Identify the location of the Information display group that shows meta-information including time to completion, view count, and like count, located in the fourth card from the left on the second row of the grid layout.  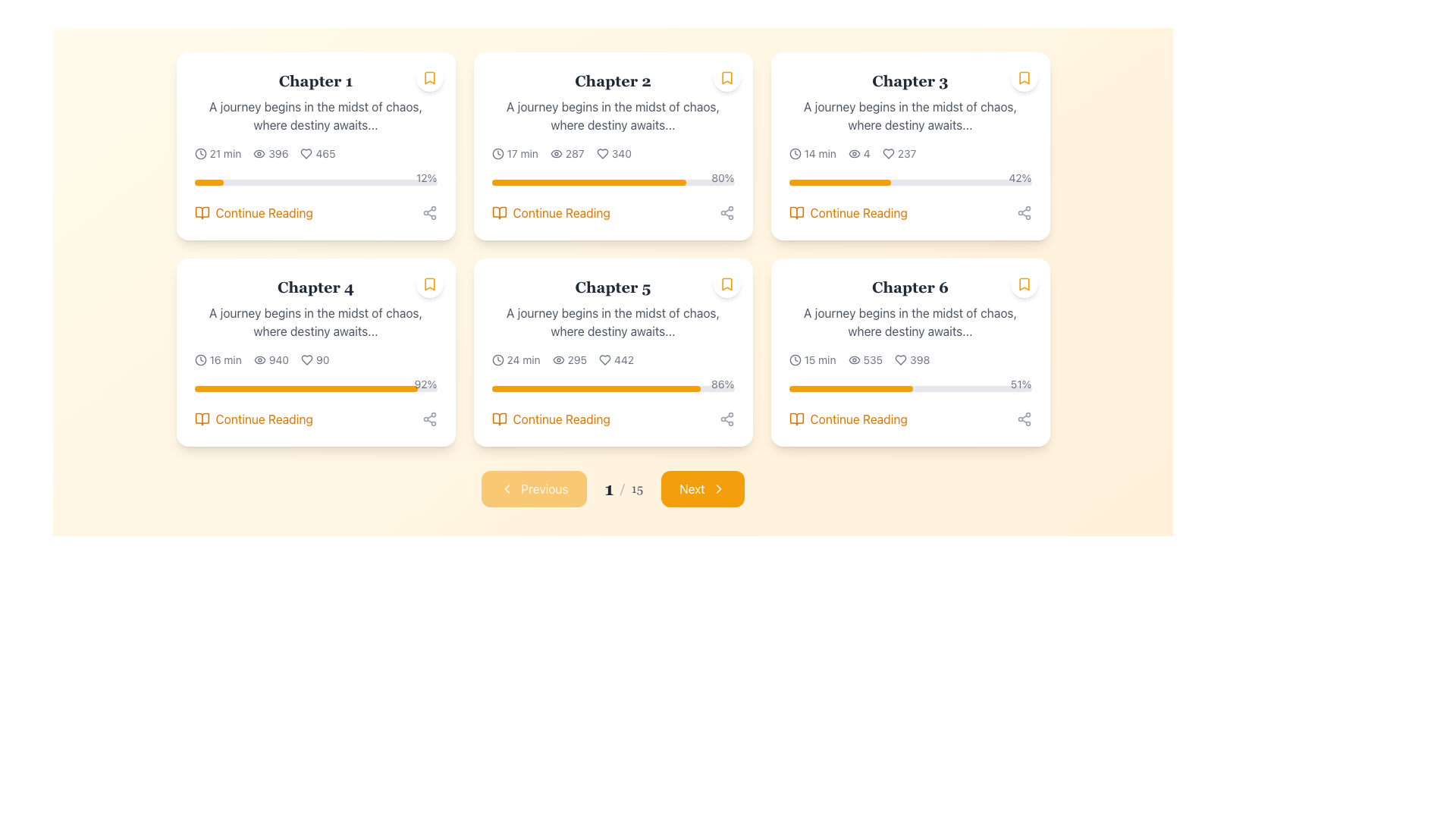
(315, 359).